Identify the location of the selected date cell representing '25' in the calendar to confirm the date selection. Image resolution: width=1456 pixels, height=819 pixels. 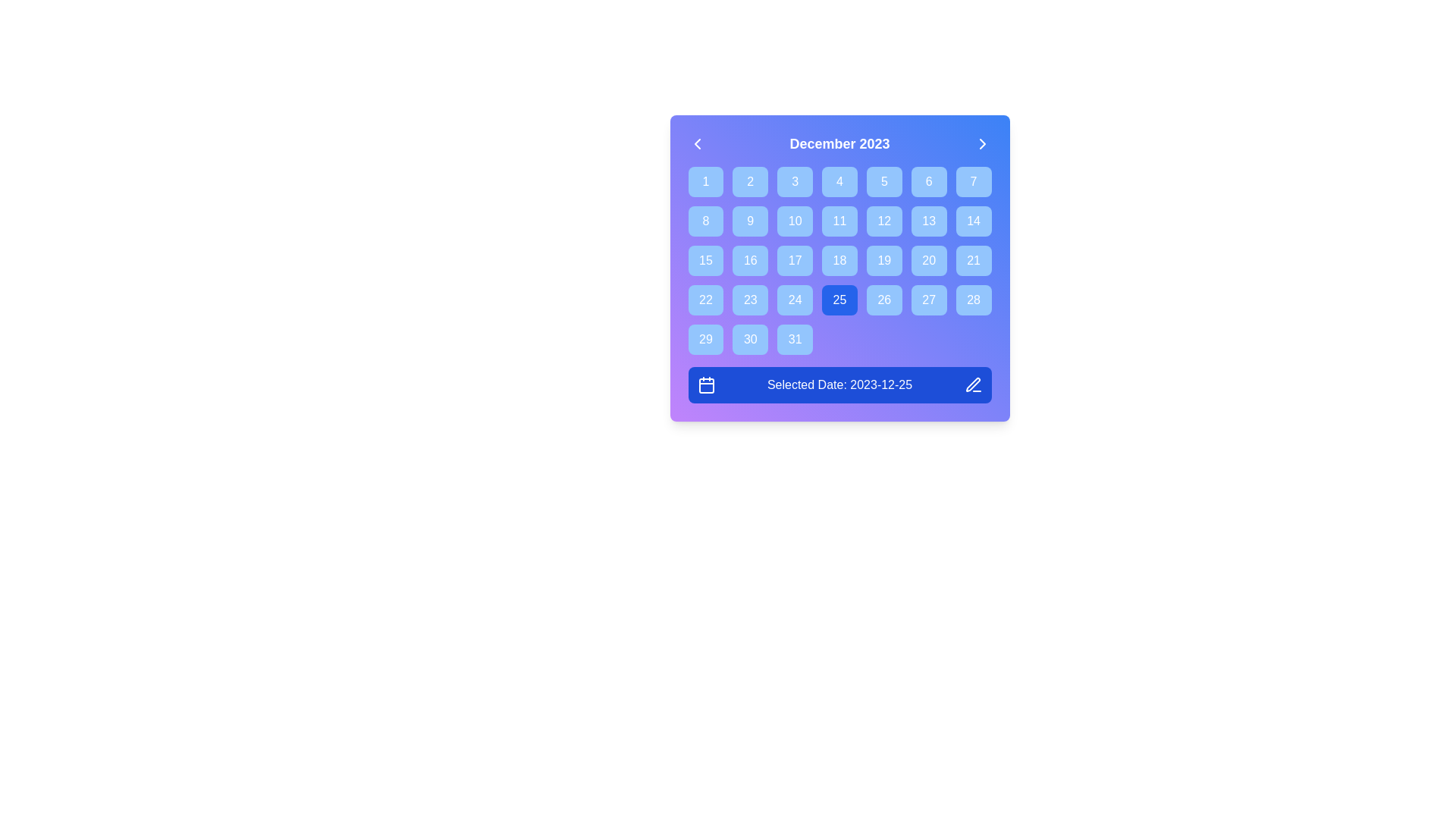
(839, 268).